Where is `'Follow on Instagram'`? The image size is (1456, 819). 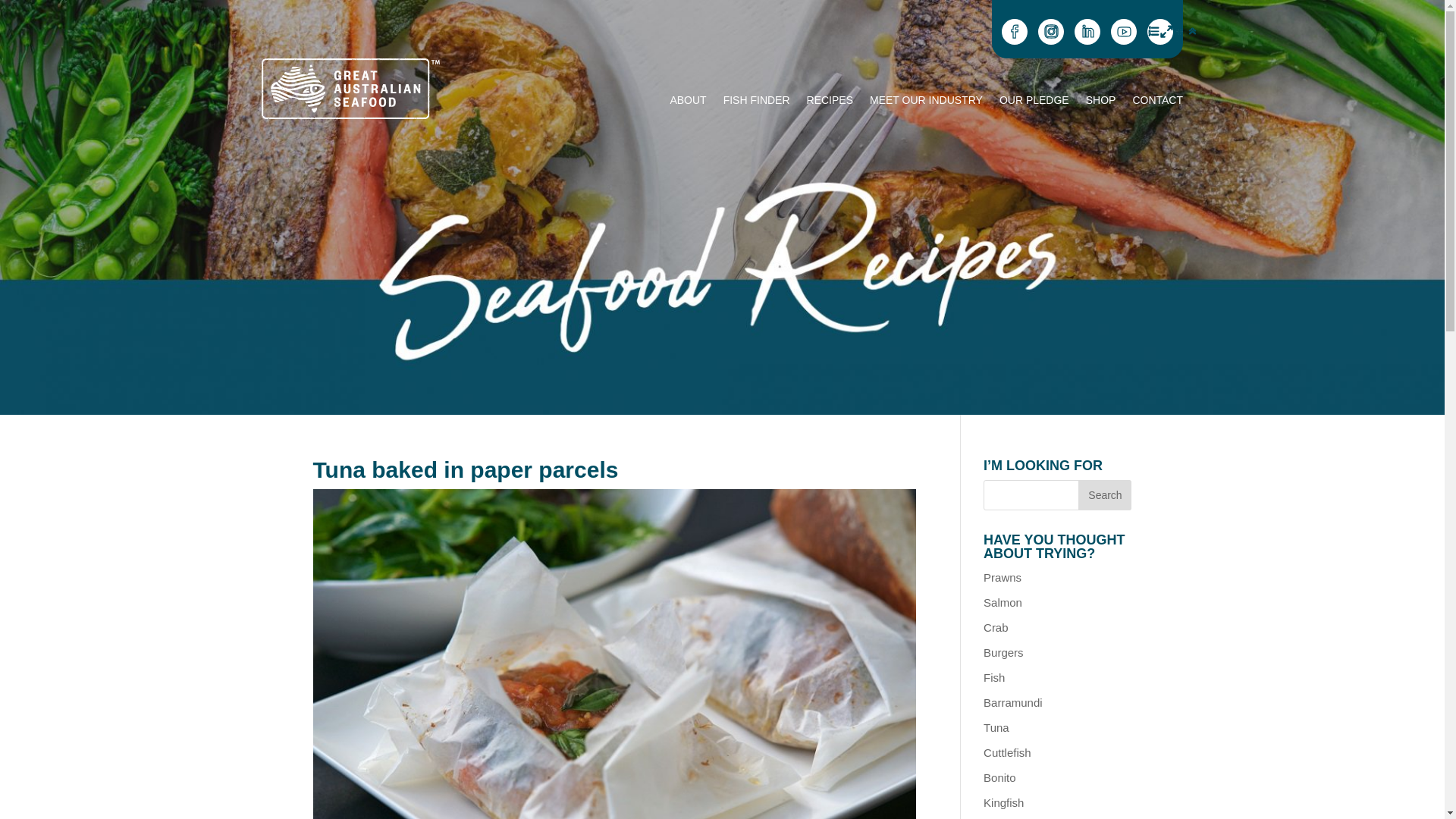 'Follow on Instagram' is located at coordinates (1050, 32).